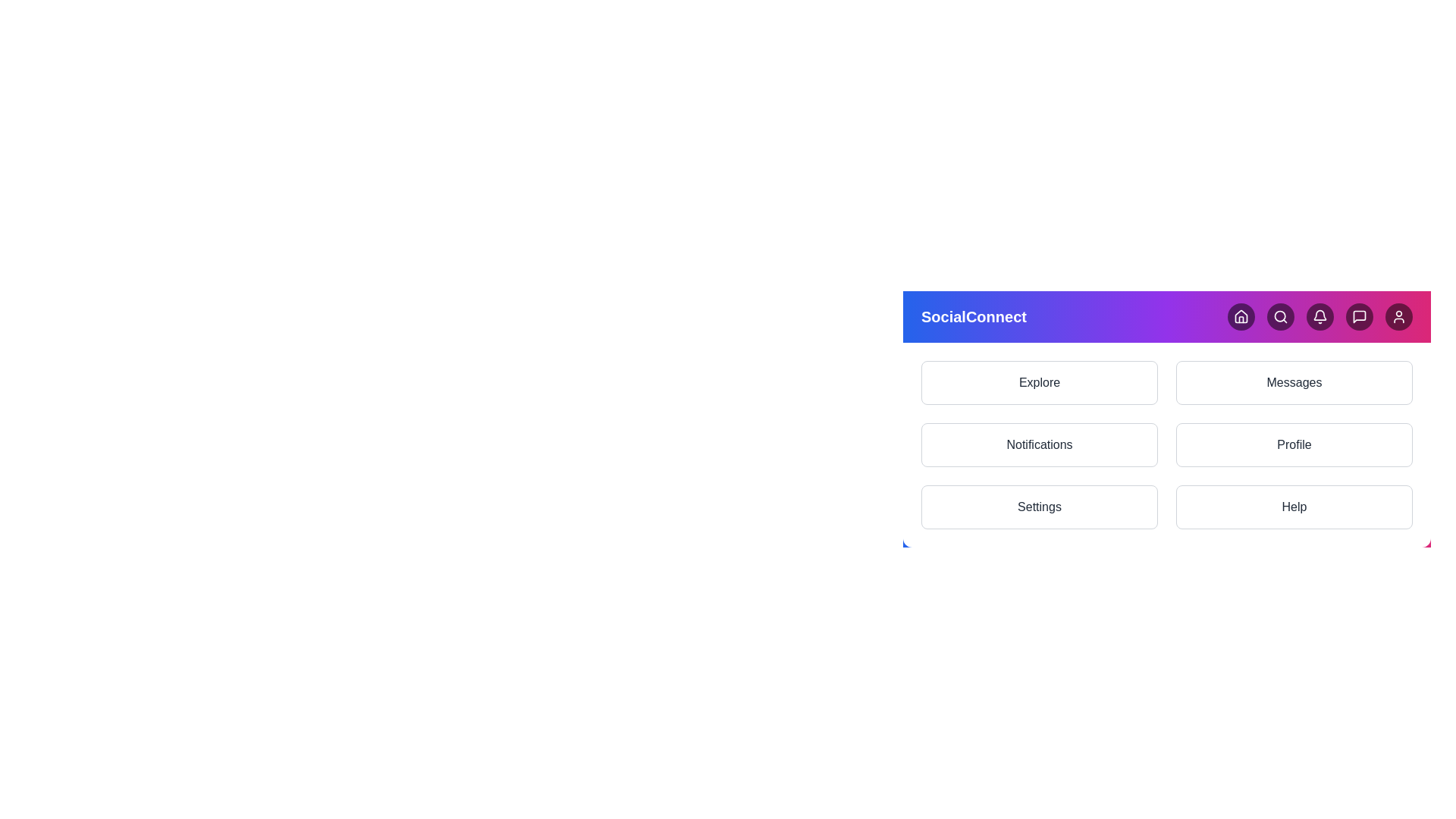  Describe the element at coordinates (1319, 315) in the screenshot. I see `the Notifications button in the navigation header` at that location.